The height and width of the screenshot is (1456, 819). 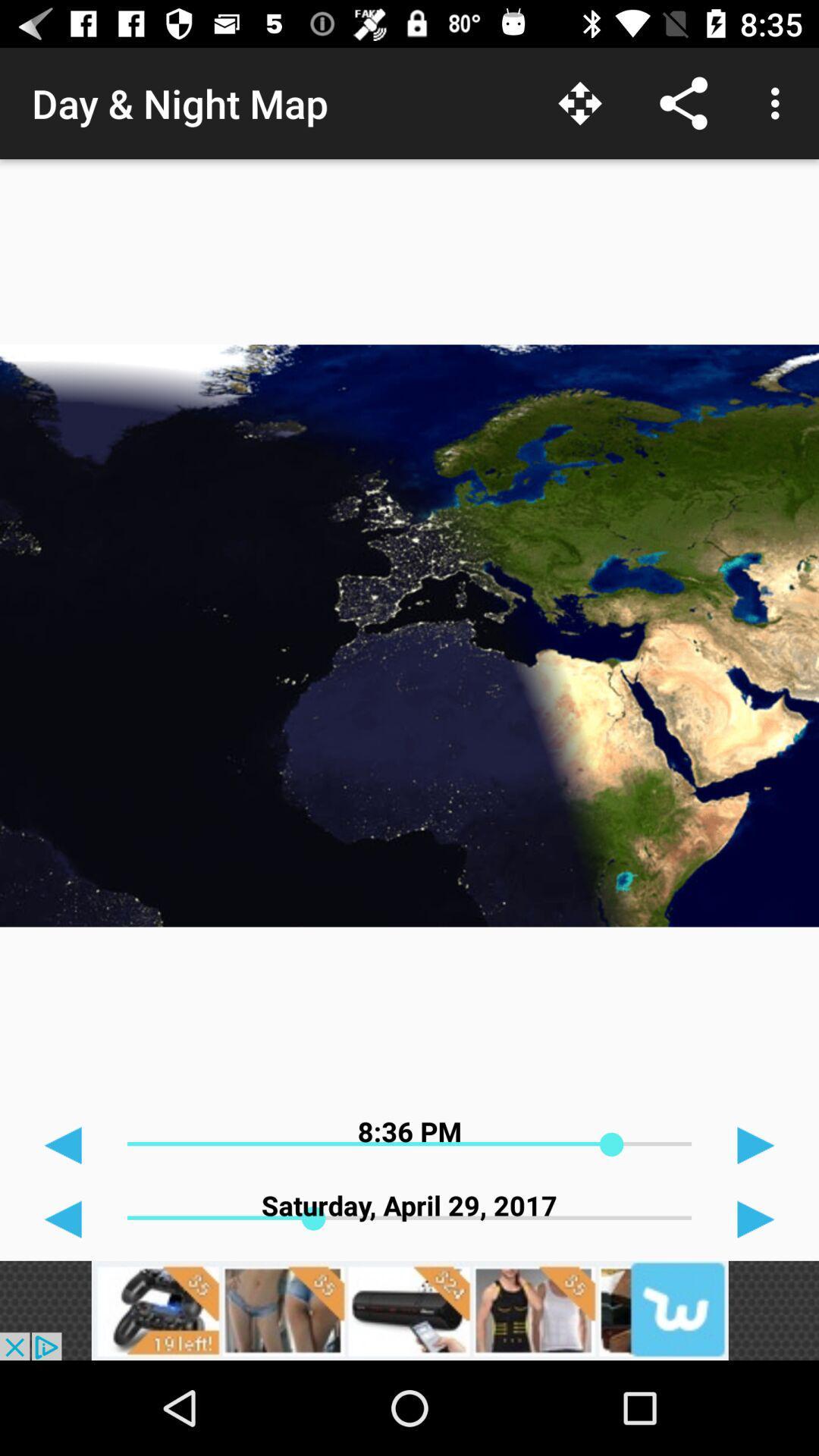 What do you see at coordinates (409, 1310) in the screenshot?
I see `open advertisement` at bounding box center [409, 1310].